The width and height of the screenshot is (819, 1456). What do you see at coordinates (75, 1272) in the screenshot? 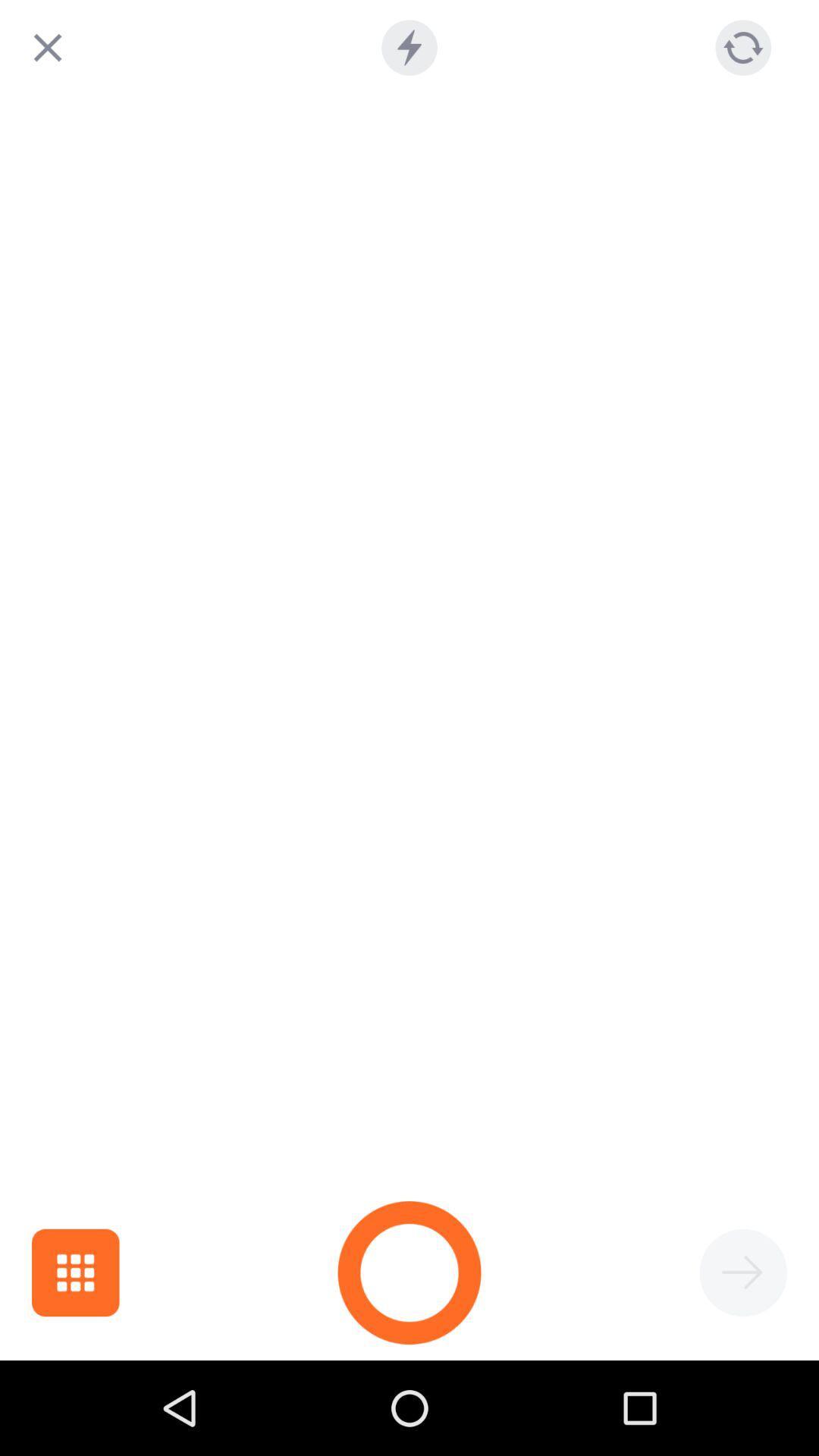
I see `the dashboard icon` at bounding box center [75, 1272].